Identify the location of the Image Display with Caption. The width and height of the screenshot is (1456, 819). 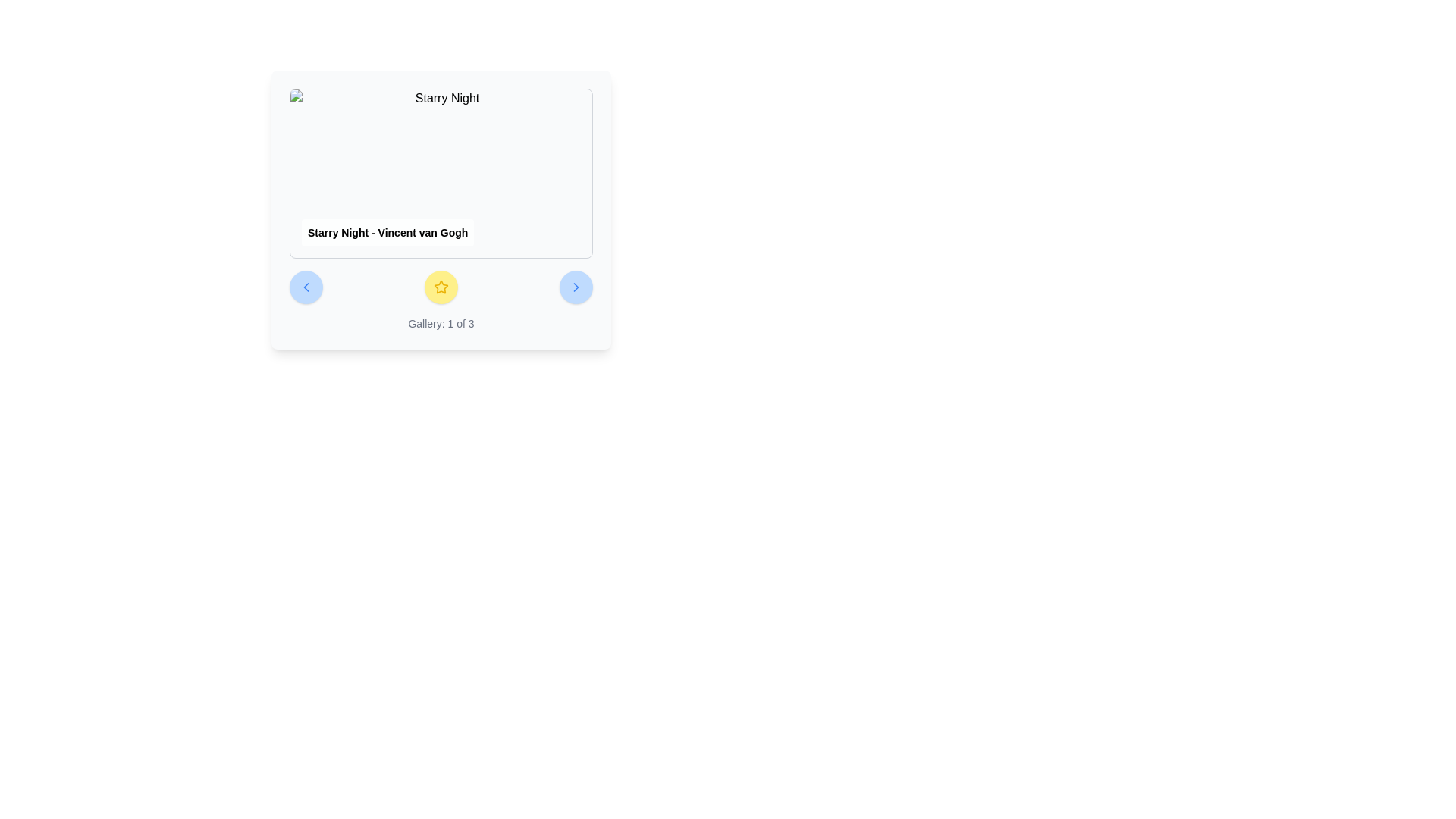
(440, 172).